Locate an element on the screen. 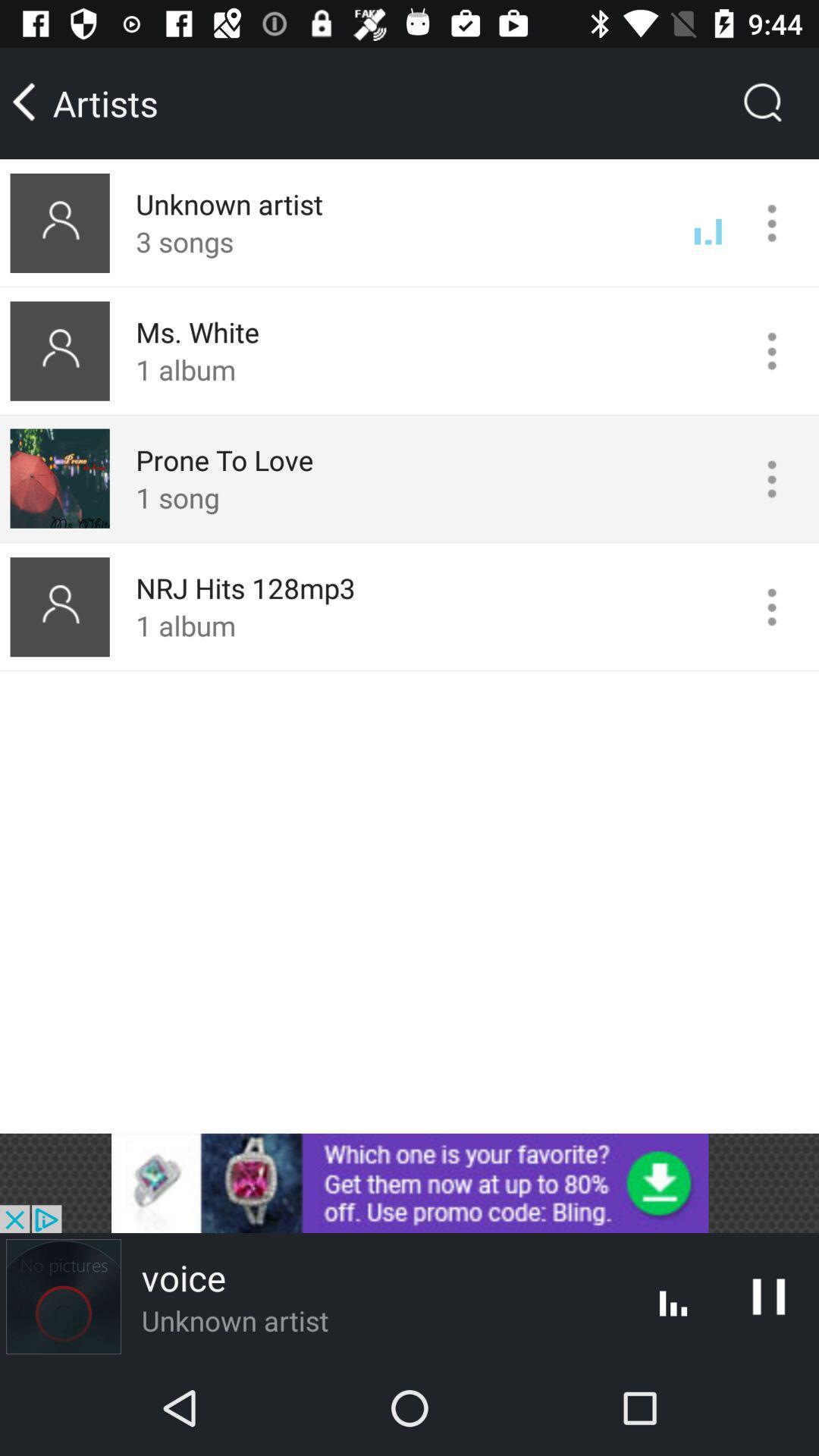 The height and width of the screenshot is (1456, 819). the search icon is located at coordinates (763, 102).